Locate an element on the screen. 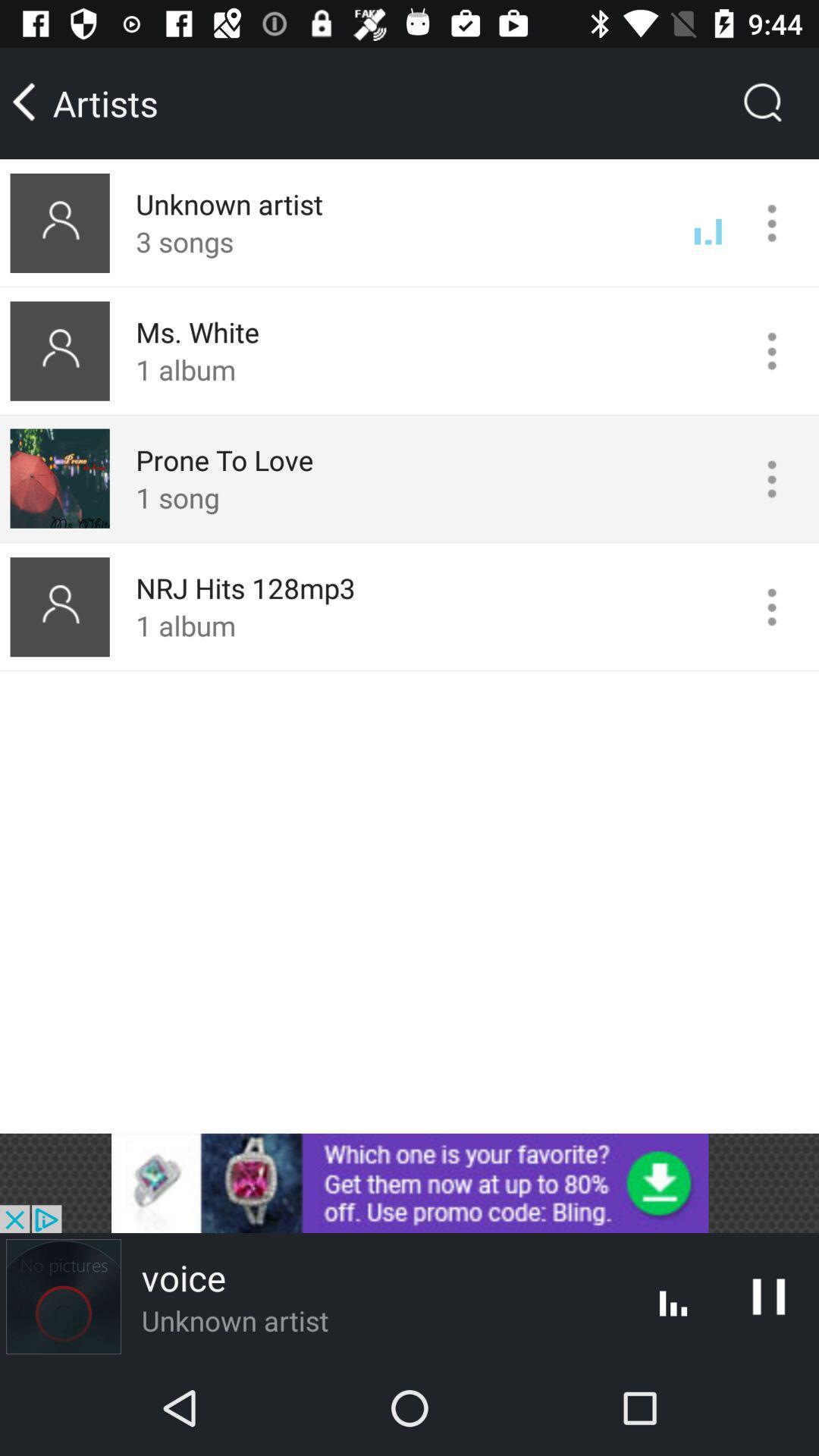 The height and width of the screenshot is (1456, 819). the search icon is located at coordinates (763, 102).